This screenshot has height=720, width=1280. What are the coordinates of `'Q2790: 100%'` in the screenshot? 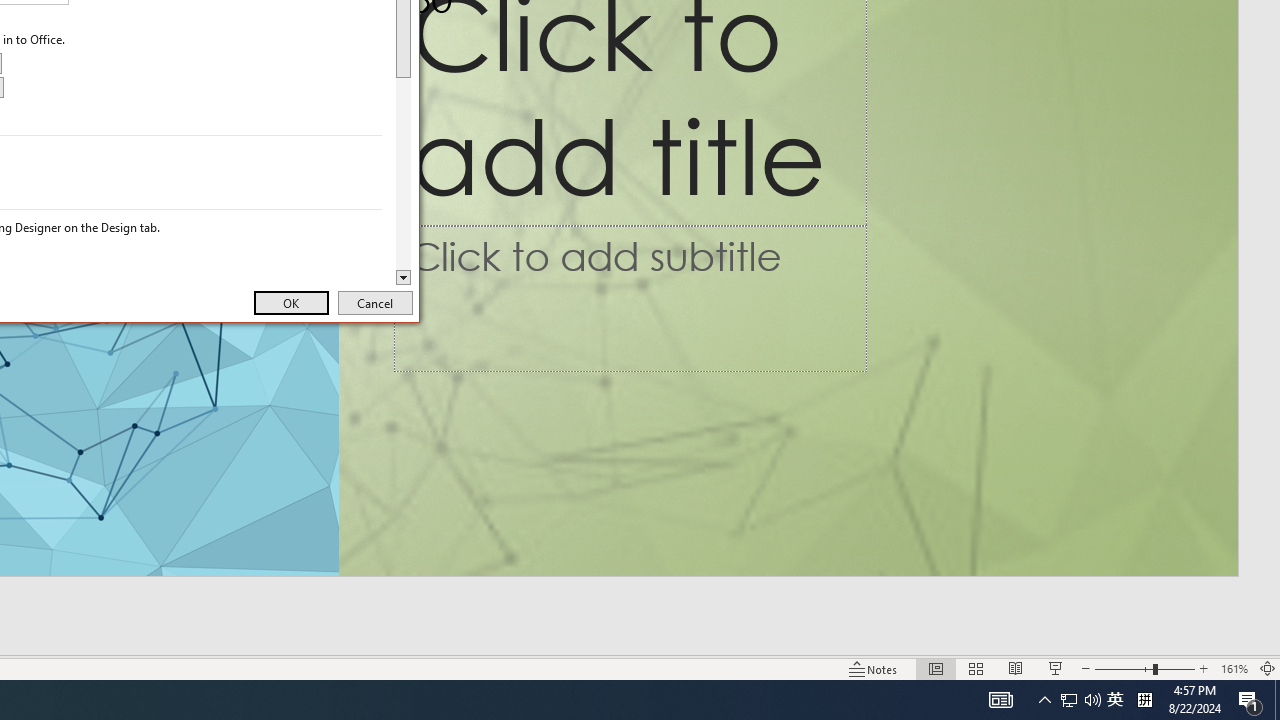 It's located at (1114, 698).